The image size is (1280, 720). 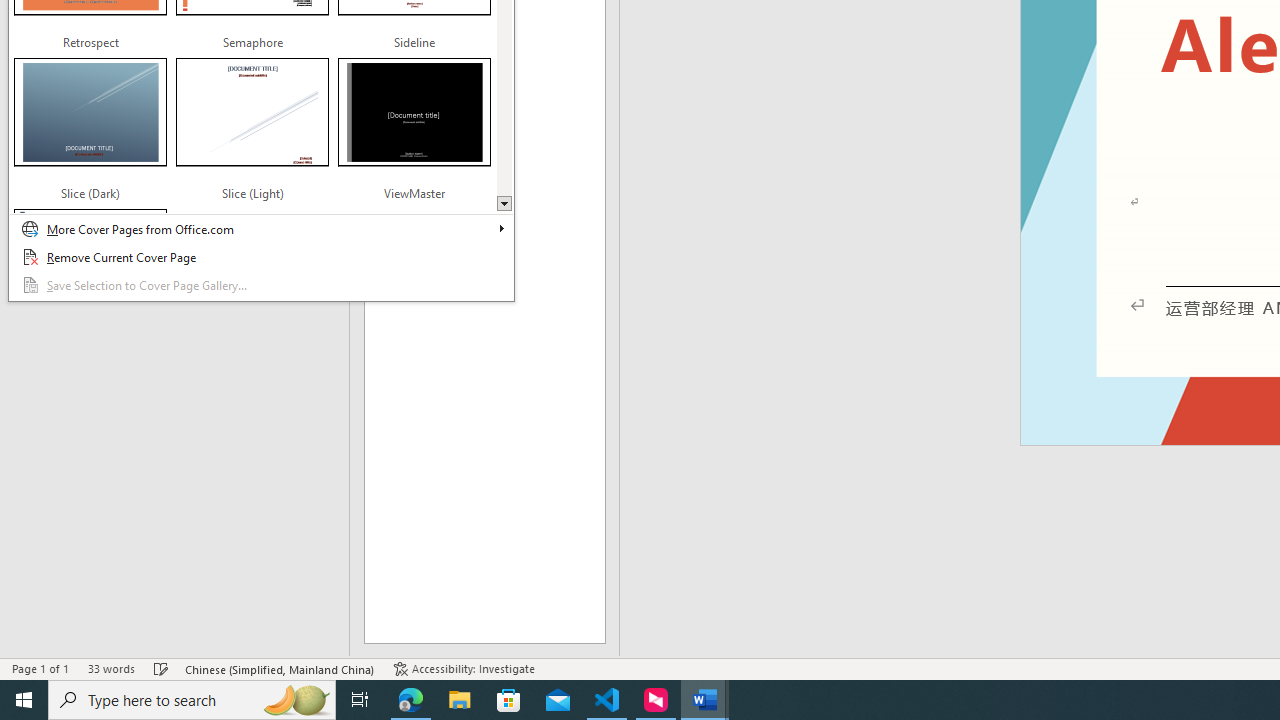 I want to click on 'Language Chinese (Simplified, Mainland China)', so click(x=279, y=669).